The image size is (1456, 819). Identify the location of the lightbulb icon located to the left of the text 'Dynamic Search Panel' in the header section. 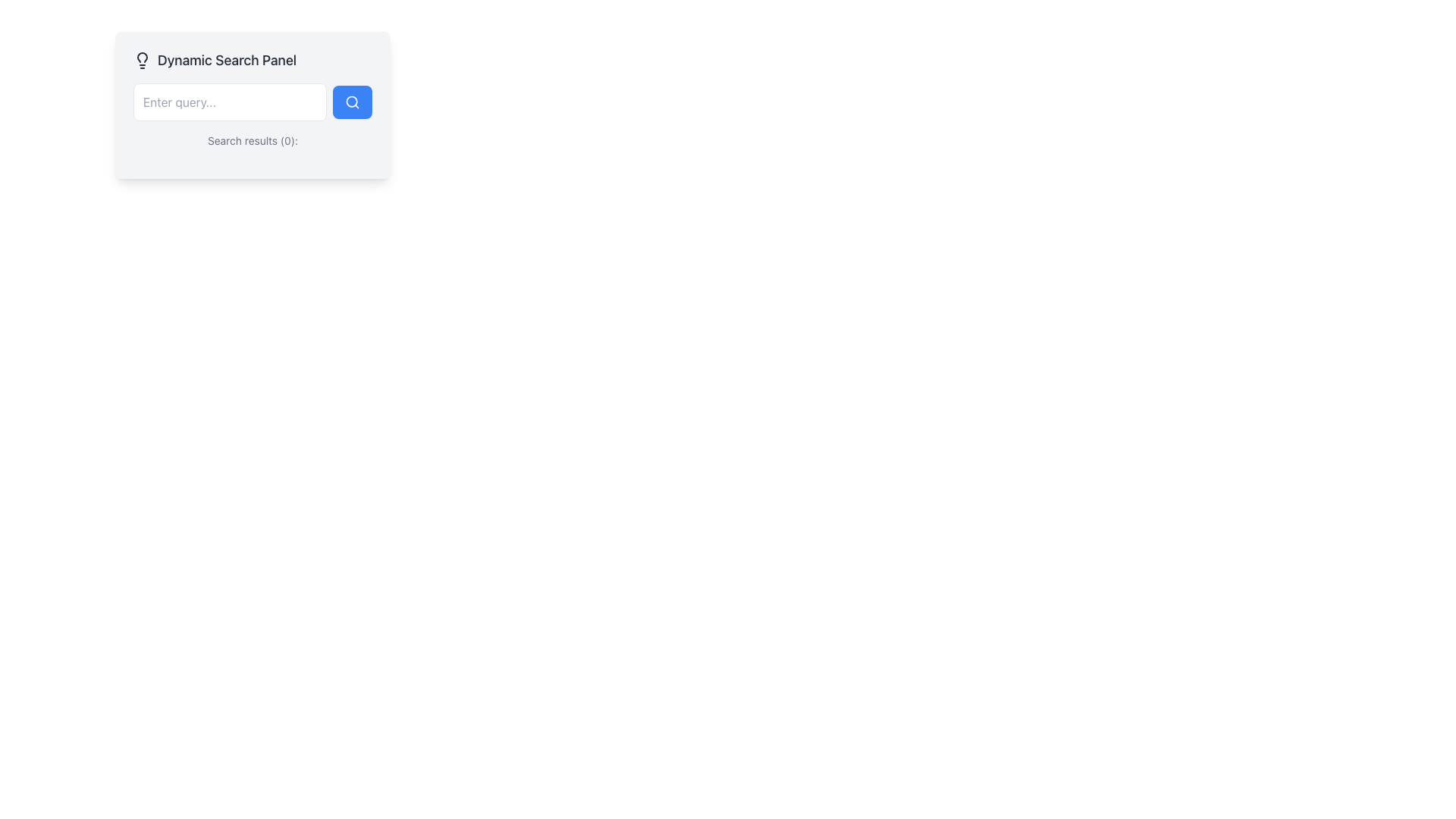
(142, 60).